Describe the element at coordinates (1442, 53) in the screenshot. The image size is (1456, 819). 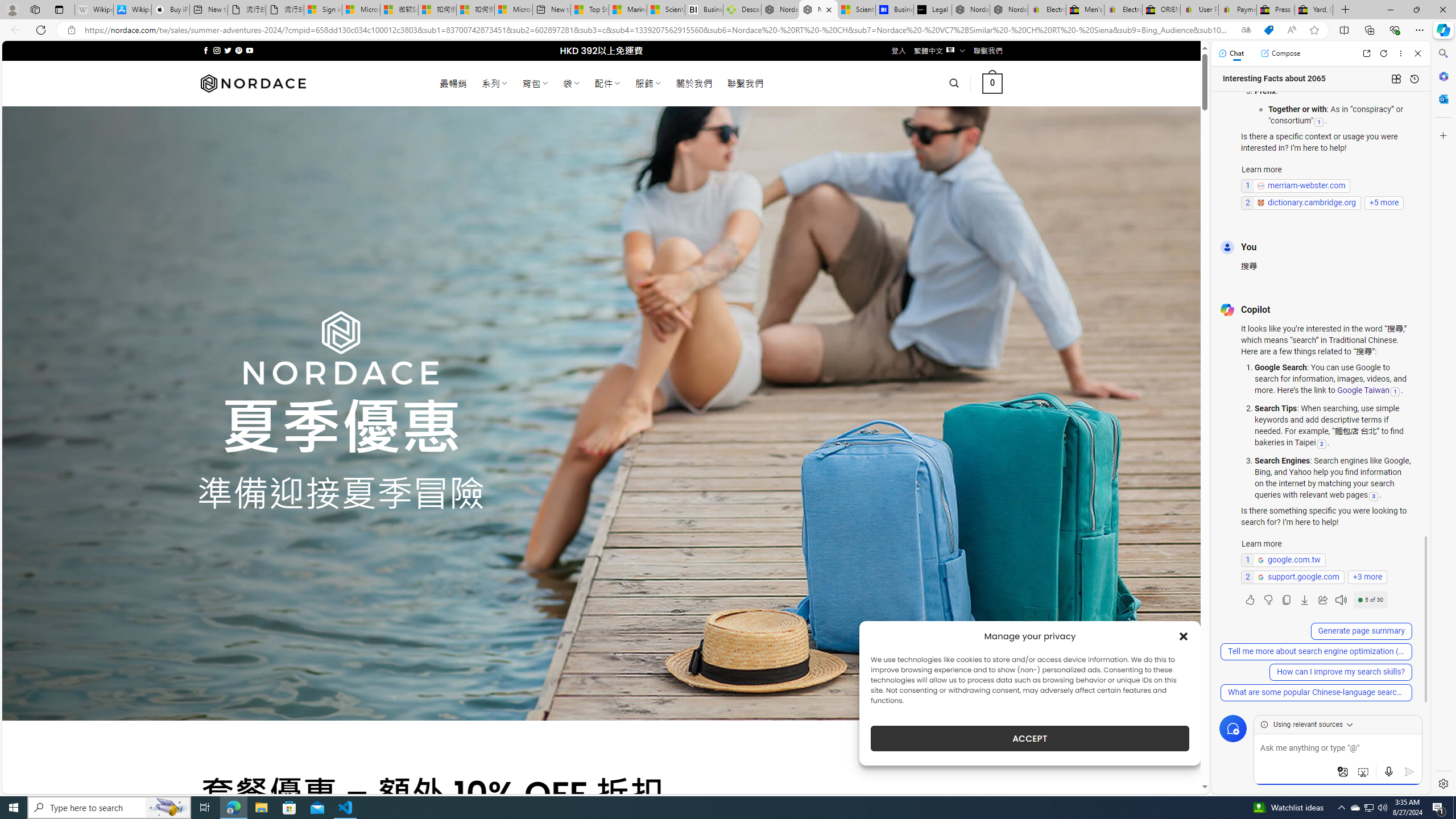
I see `'Minimize Search pane'` at that location.